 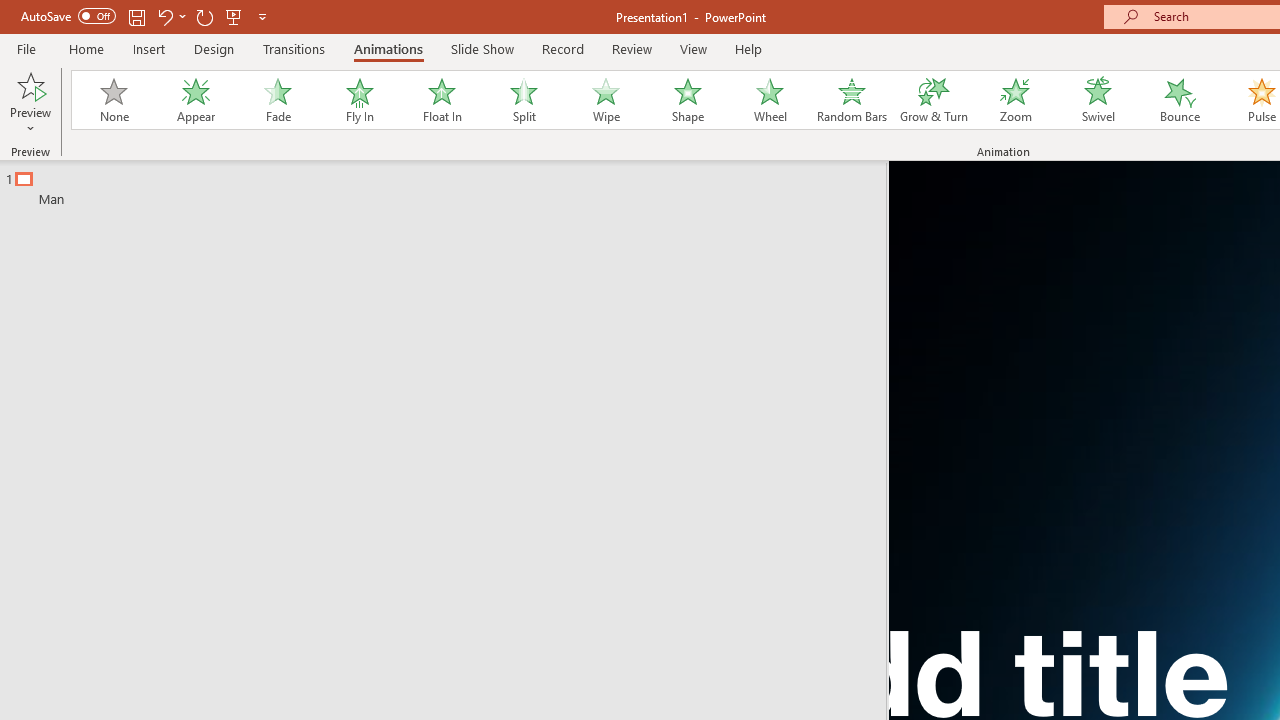 What do you see at coordinates (359, 100) in the screenshot?
I see `'Fly In'` at bounding box center [359, 100].